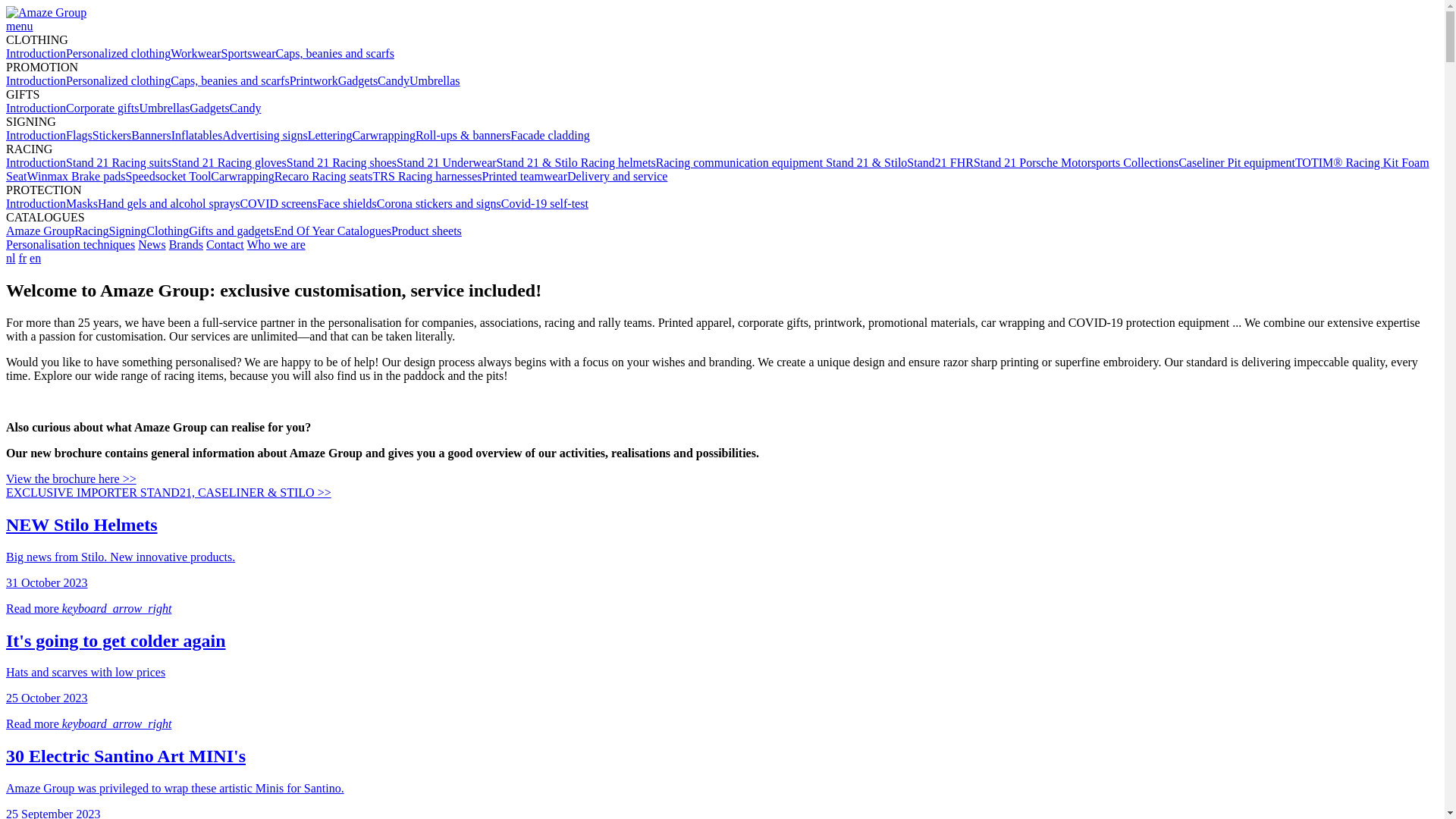  What do you see at coordinates (1237, 162) in the screenshot?
I see `'Caseliner Pit equipment'` at bounding box center [1237, 162].